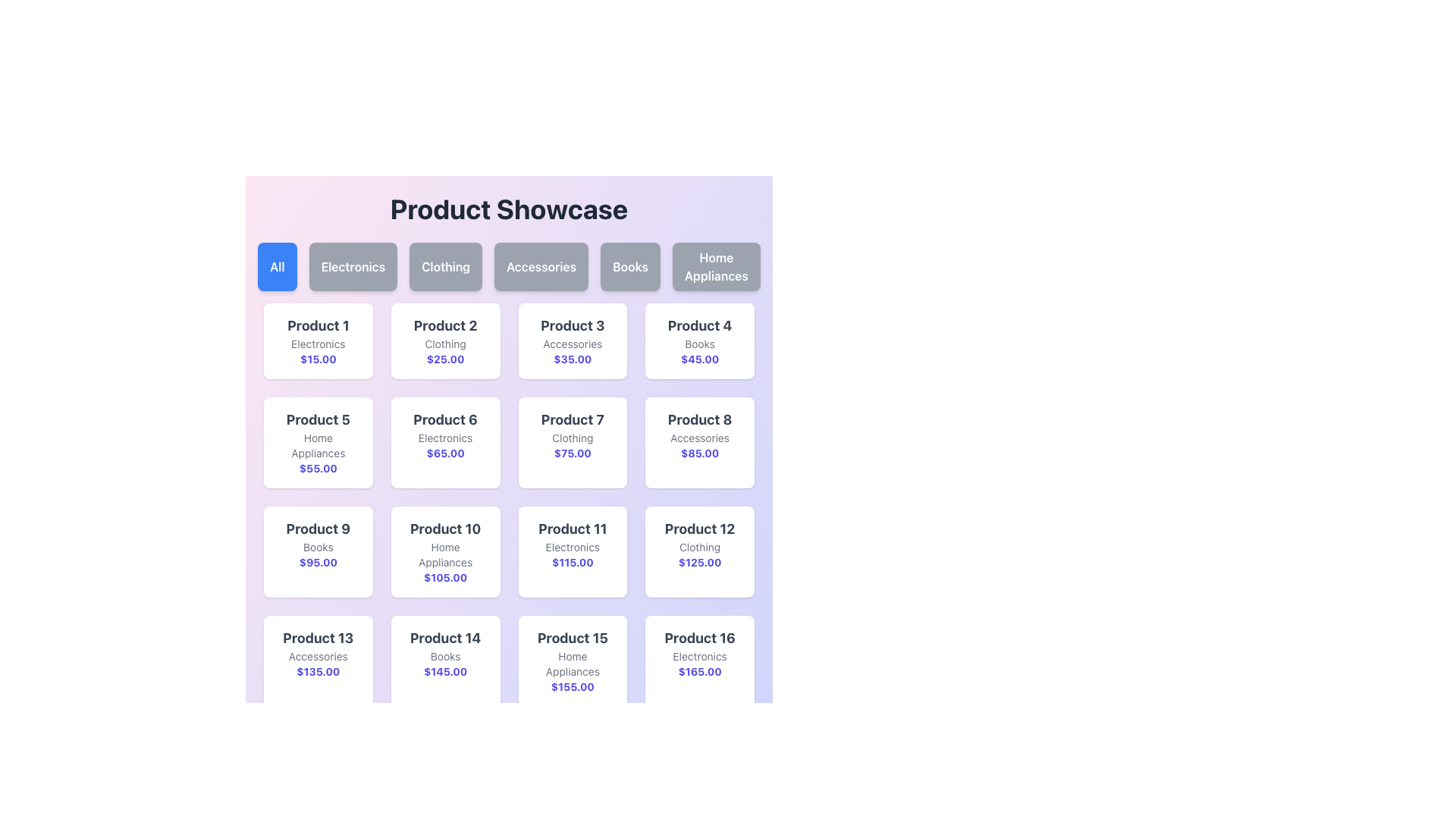 The width and height of the screenshot is (1456, 819). Describe the element at coordinates (509, 265) in the screenshot. I see `the 'Accessories' button in the product filter navigation bar to filter products by accessories` at that location.